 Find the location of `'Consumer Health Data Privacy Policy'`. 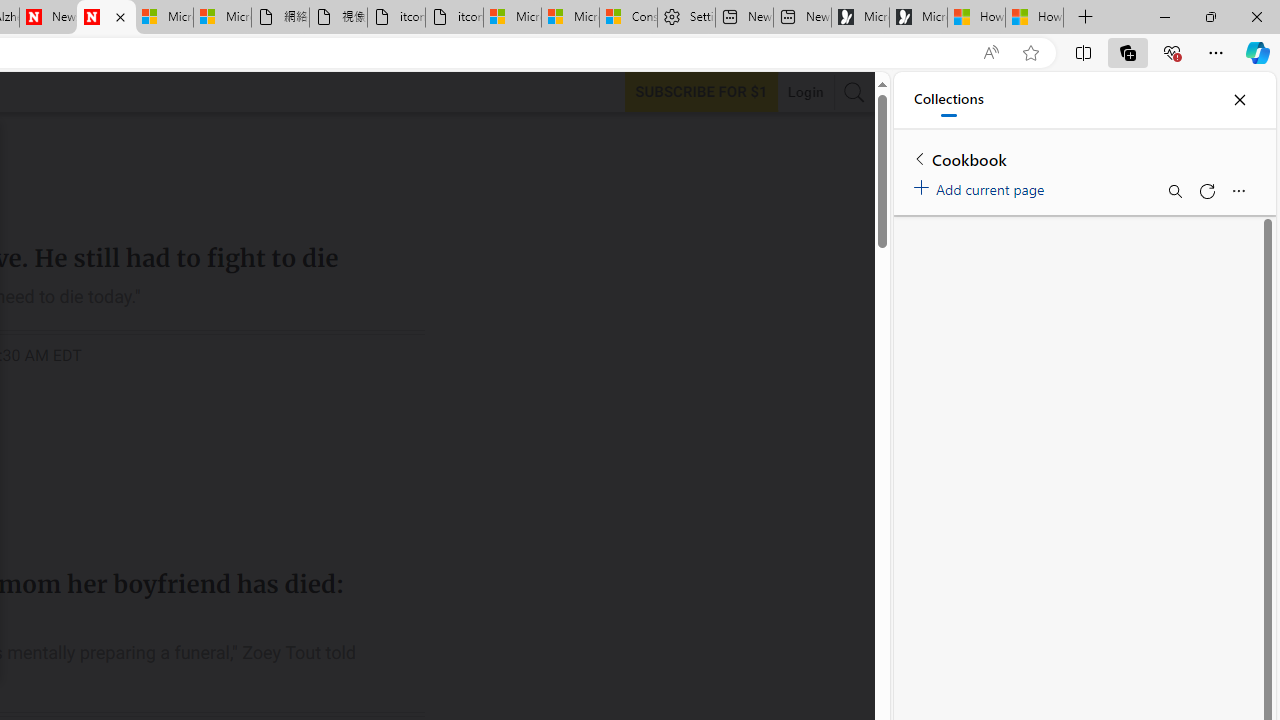

'Consumer Health Data Privacy Policy' is located at coordinates (627, 17).